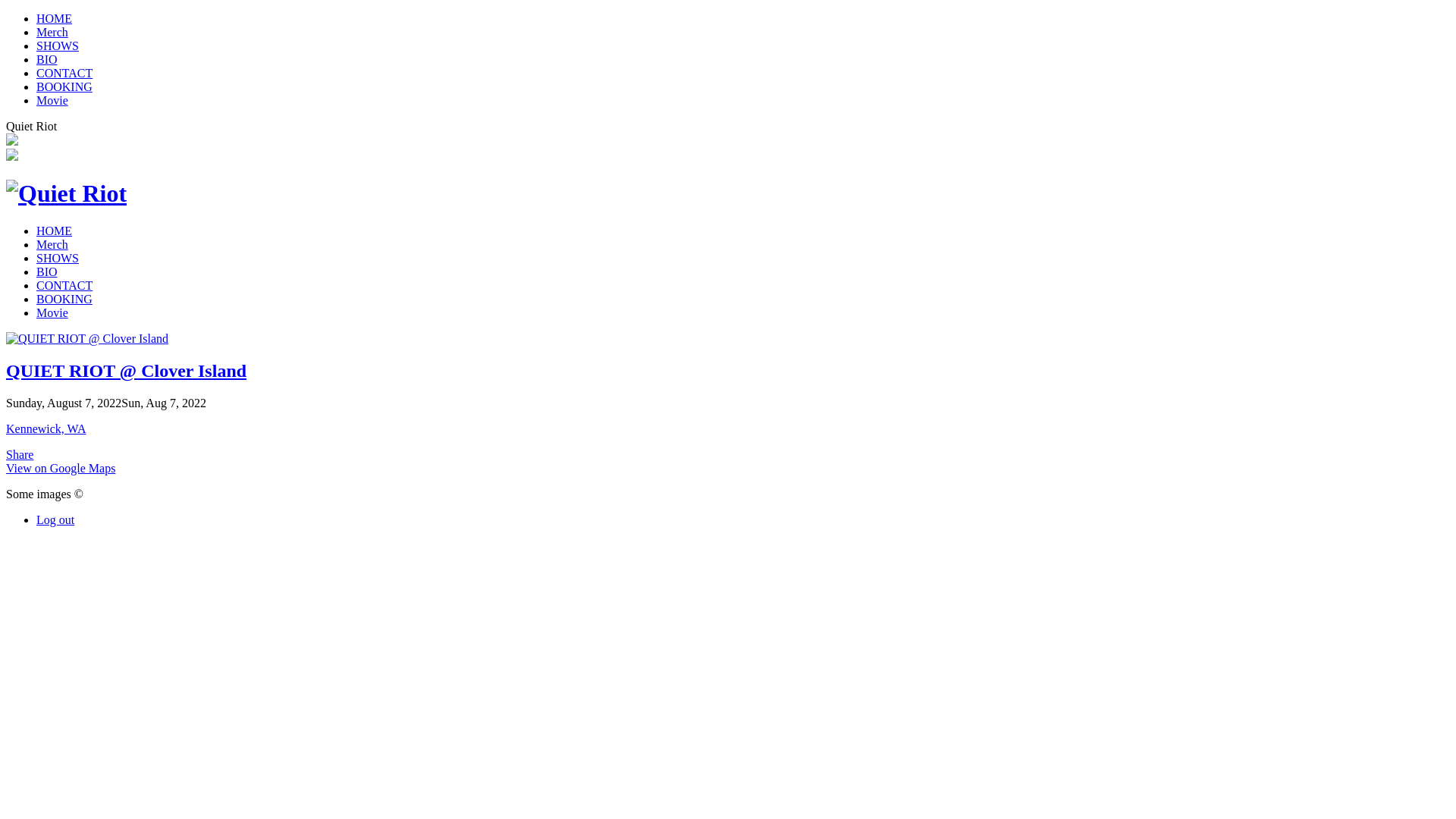  Describe the element at coordinates (52, 312) in the screenshot. I see `'Movie'` at that location.